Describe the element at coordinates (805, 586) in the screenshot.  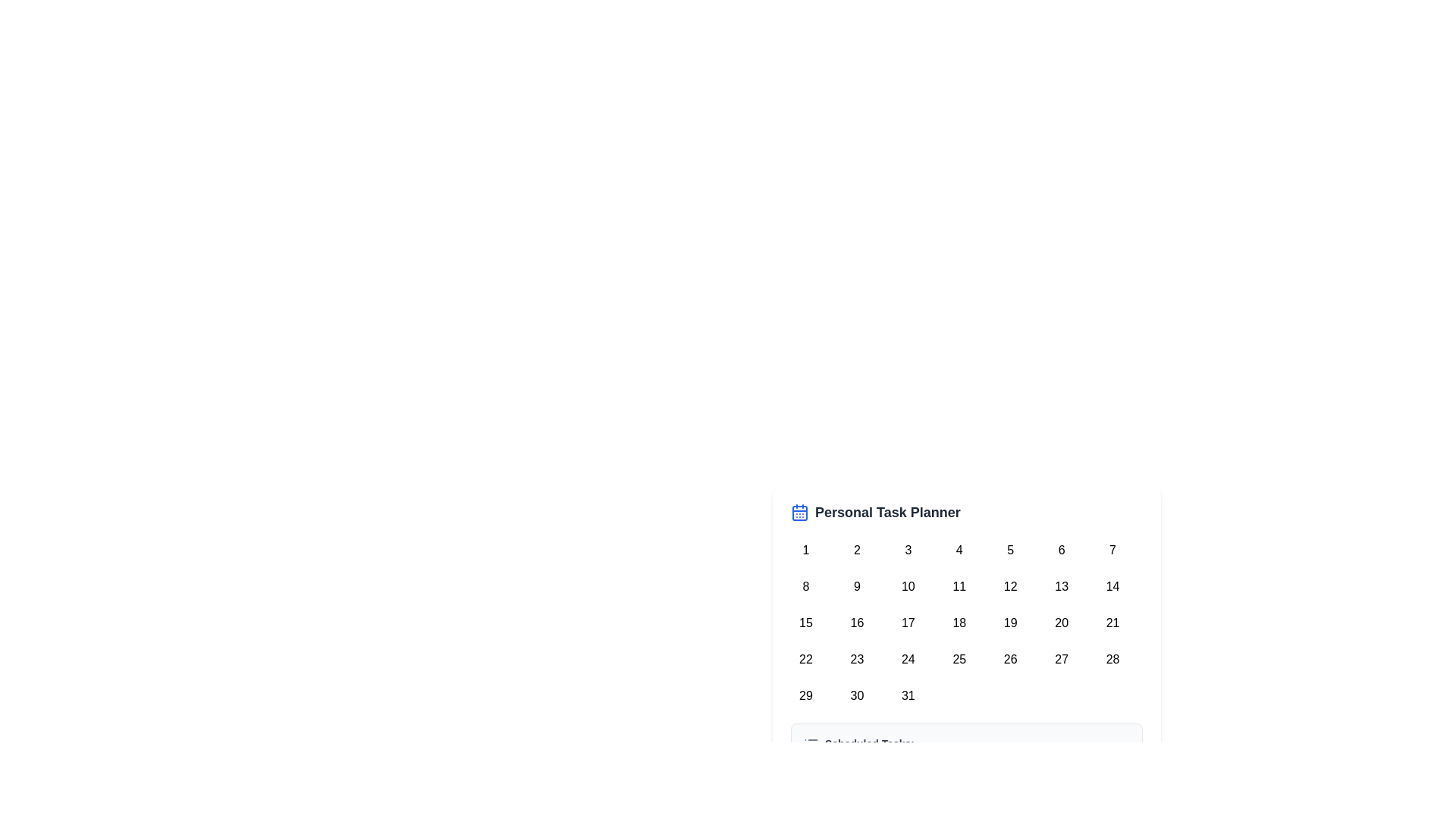
I see `the button representing the day '8' in the calendar view of the 'Personal Task Planner'` at that location.